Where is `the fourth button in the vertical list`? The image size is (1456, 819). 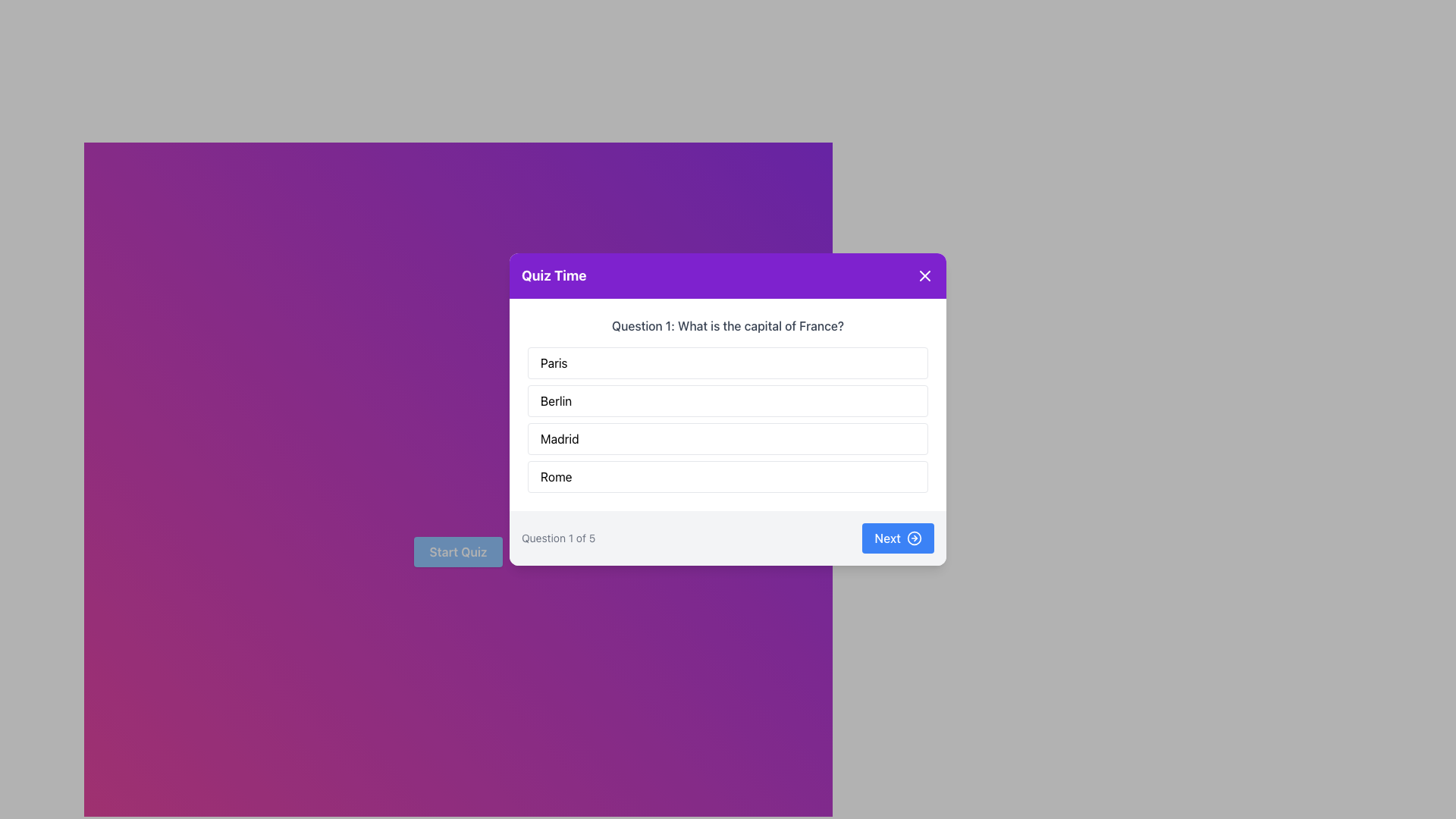
the fourth button in the vertical list is located at coordinates (728, 475).